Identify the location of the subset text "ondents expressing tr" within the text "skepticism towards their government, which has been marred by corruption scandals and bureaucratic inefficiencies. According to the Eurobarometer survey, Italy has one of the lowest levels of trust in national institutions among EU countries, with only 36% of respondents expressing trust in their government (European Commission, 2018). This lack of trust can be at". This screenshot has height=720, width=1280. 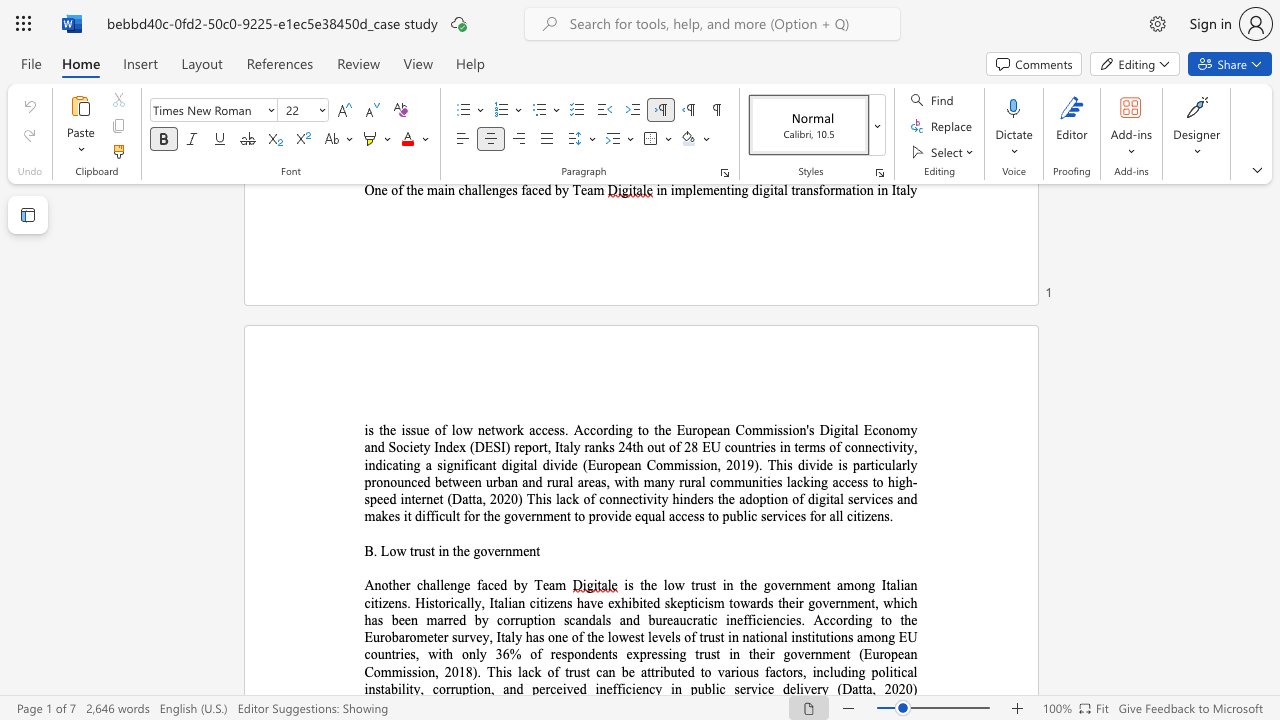
(573, 654).